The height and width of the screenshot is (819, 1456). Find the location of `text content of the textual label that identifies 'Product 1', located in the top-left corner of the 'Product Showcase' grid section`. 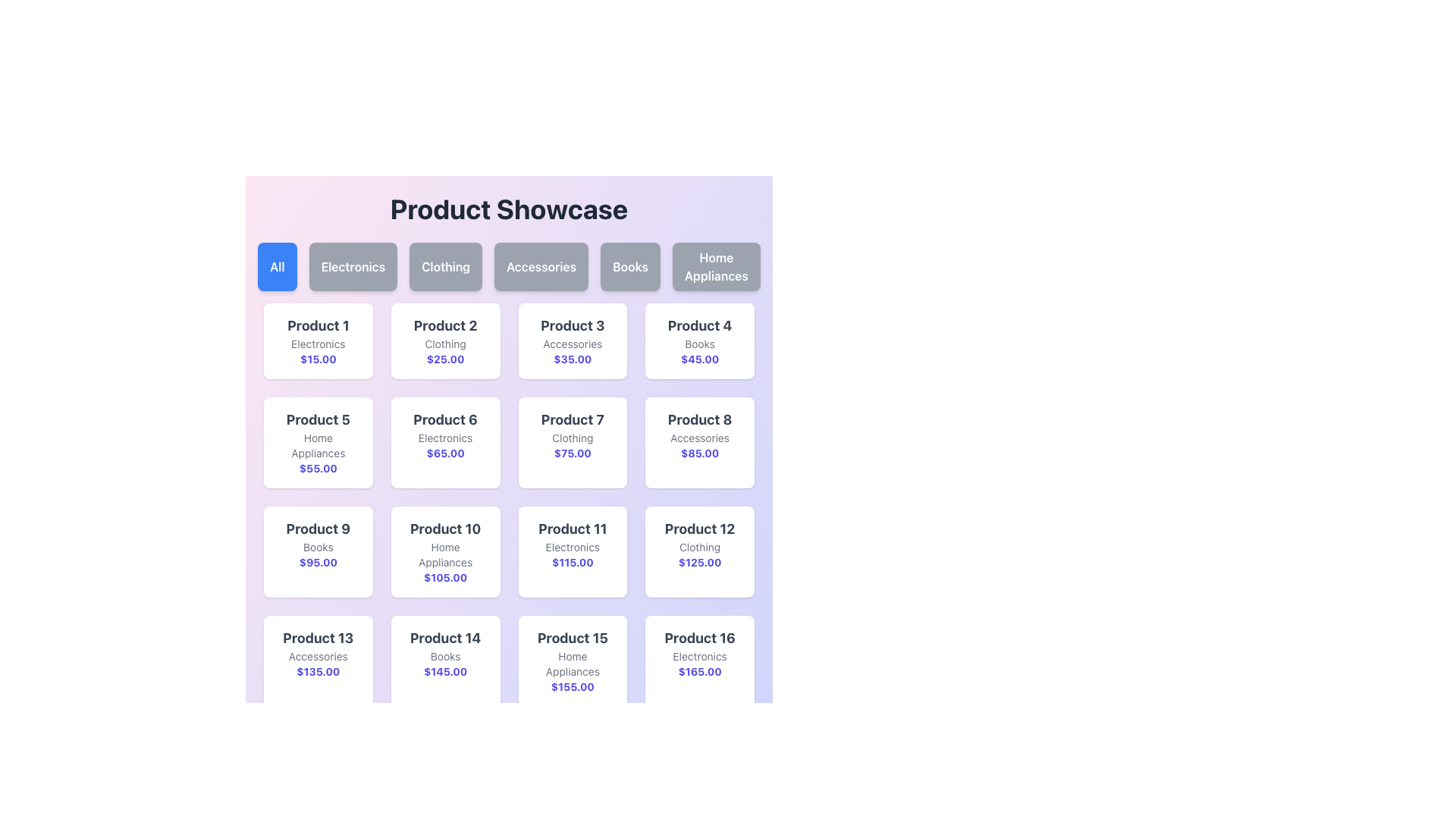

text content of the textual label that identifies 'Product 1', located in the top-left corner of the 'Product Showcase' grid section is located at coordinates (317, 325).